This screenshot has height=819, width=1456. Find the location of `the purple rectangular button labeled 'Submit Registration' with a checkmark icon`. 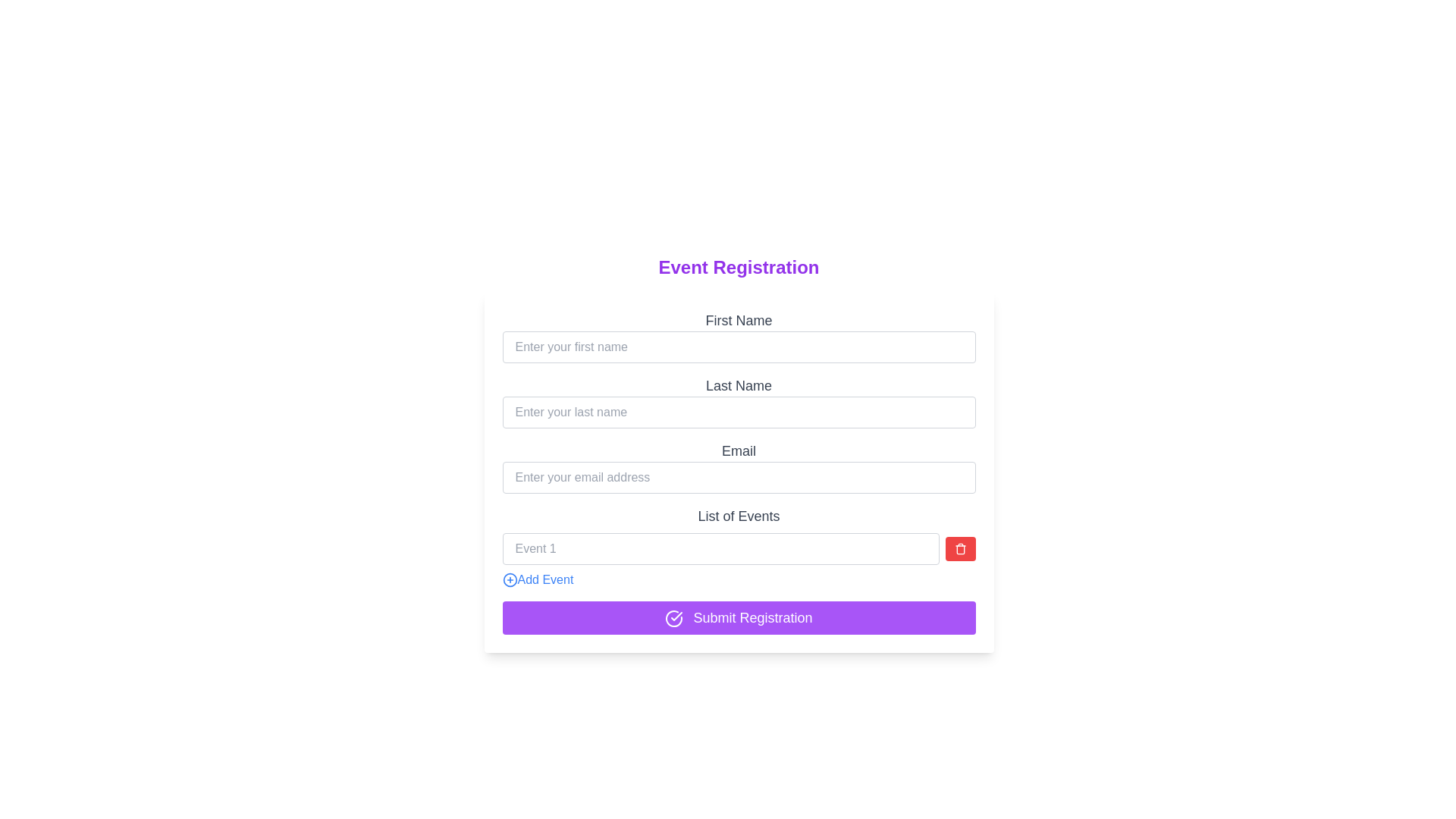

the purple rectangular button labeled 'Submit Registration' with a checkmark icon is located at coordinates (739, 617).